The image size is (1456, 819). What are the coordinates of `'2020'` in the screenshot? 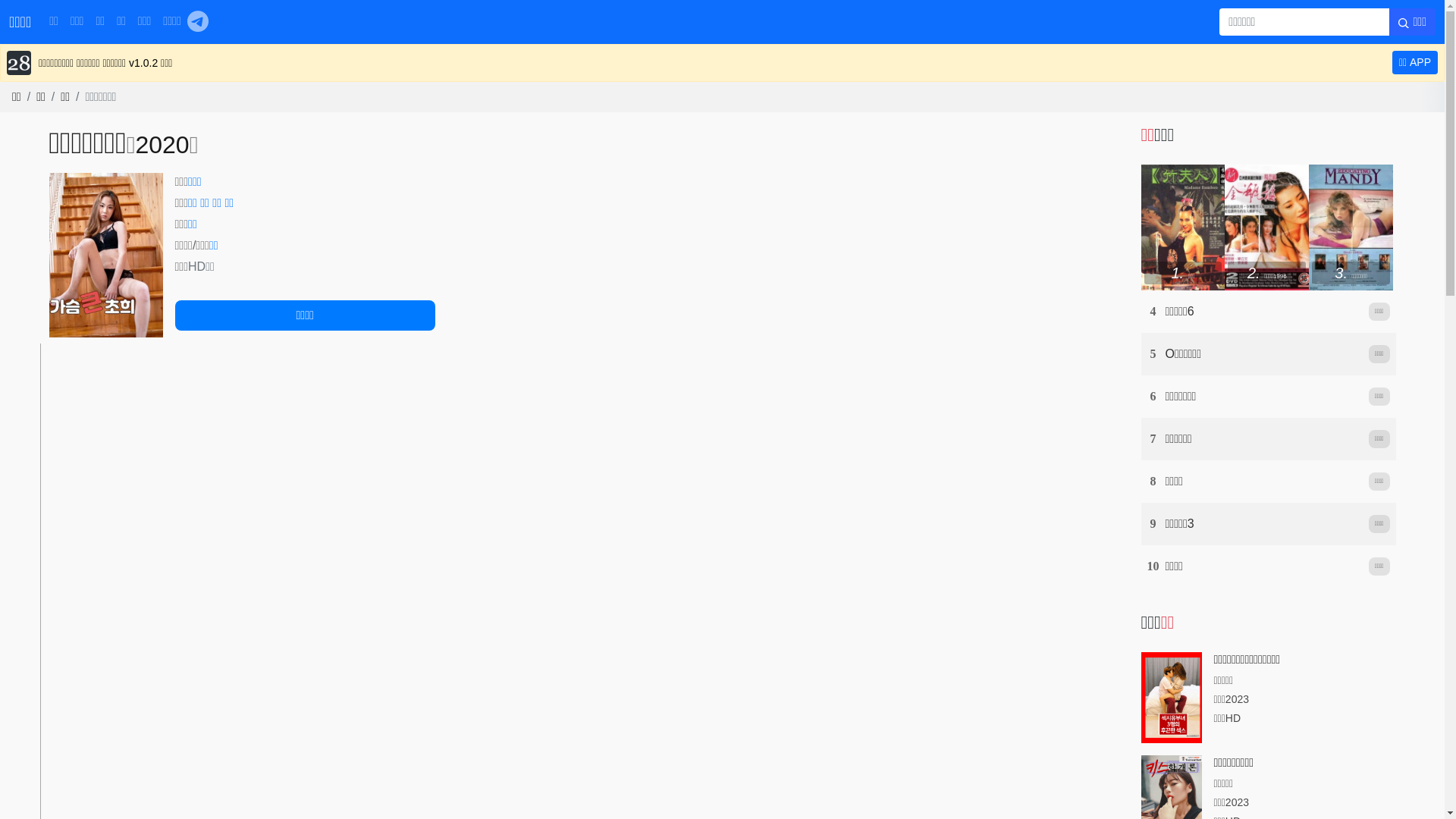 It's located at (134, 145).